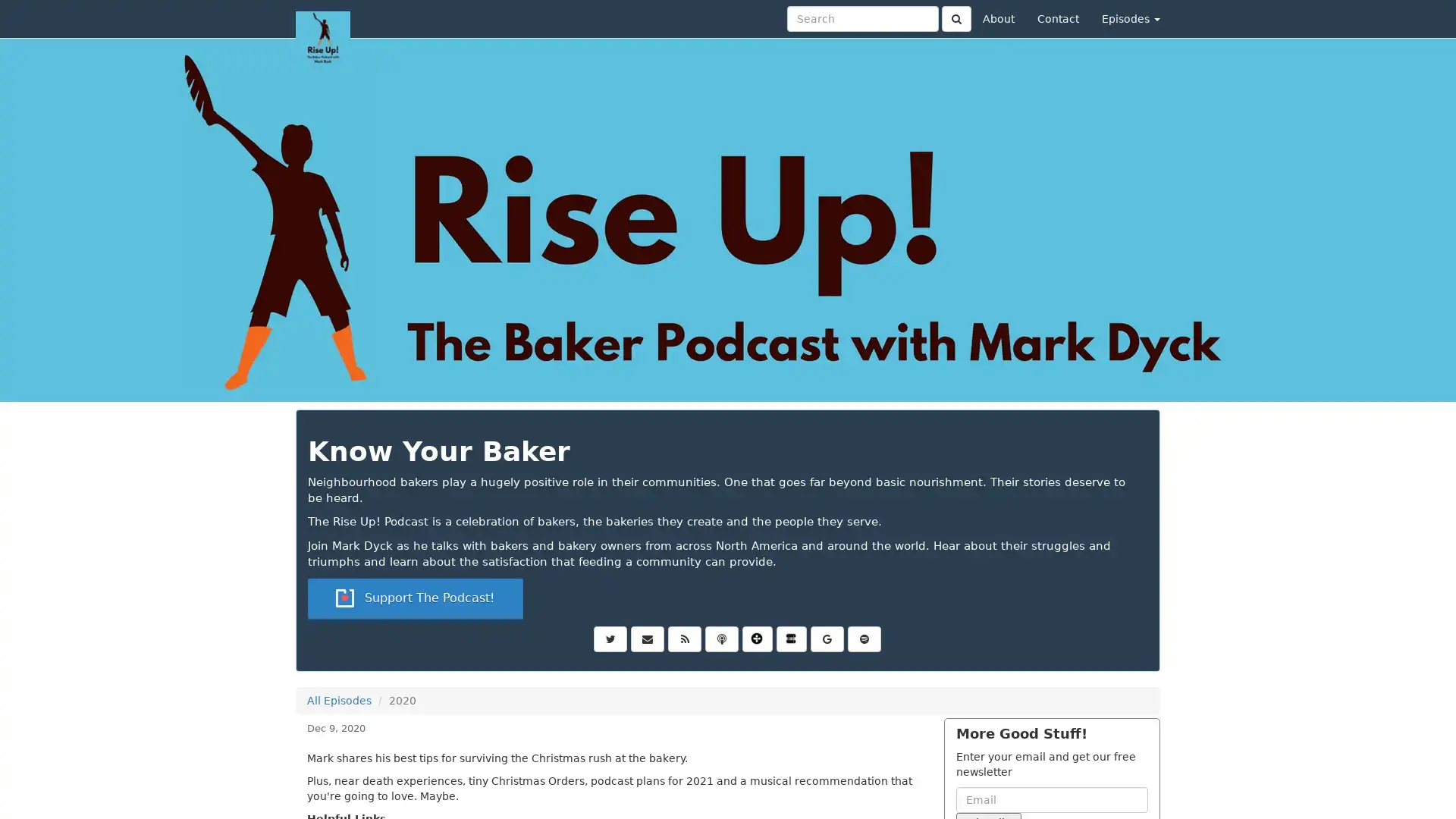 Image resolution: width=1456 pixels, height=819 pixels. What do you see at coordinates (955, 18) in the screenshot?
I see `Click to submit search` at bounding box center [955, 18].